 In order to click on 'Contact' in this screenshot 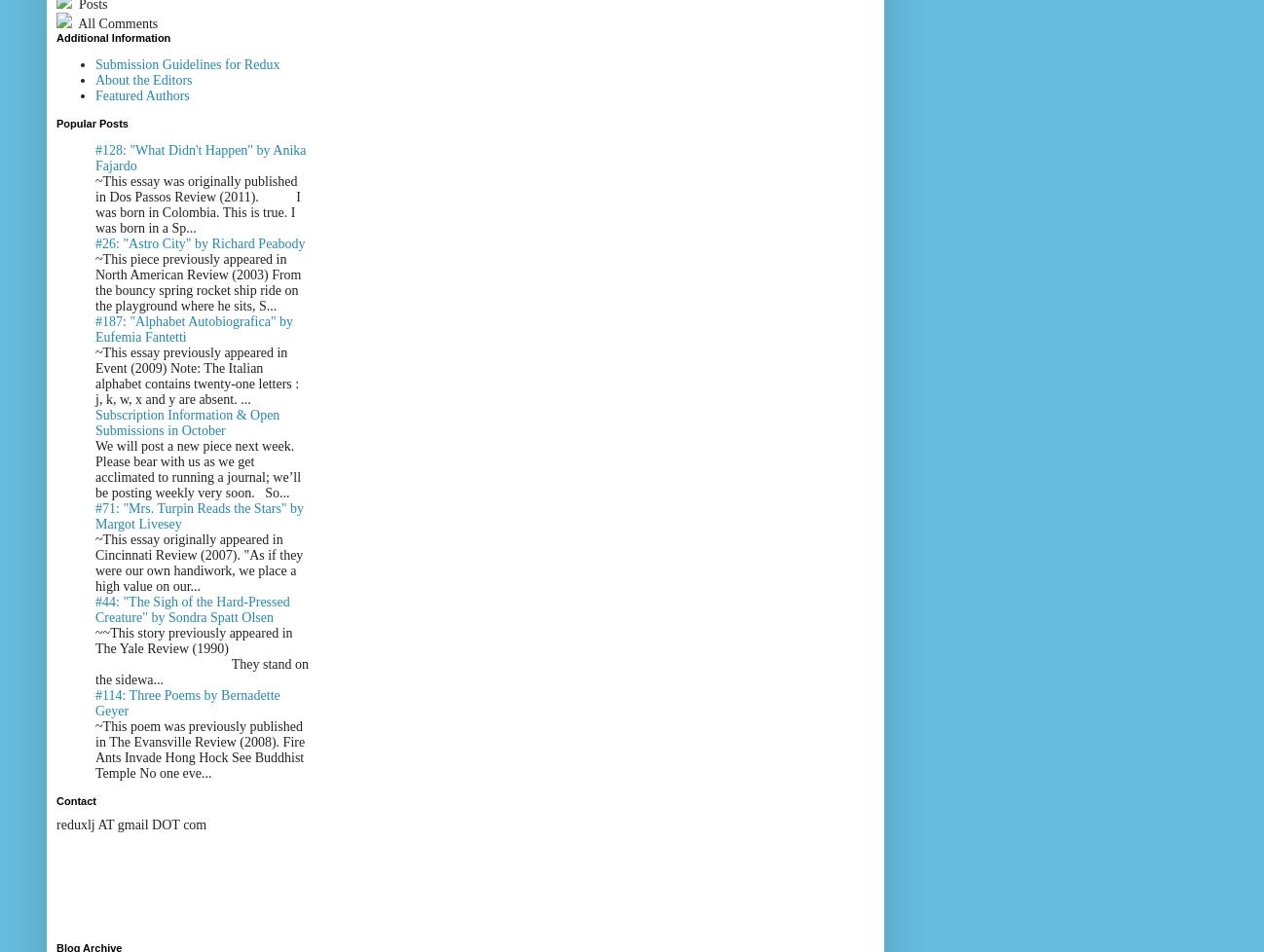, I will do `click(76, 799)`.